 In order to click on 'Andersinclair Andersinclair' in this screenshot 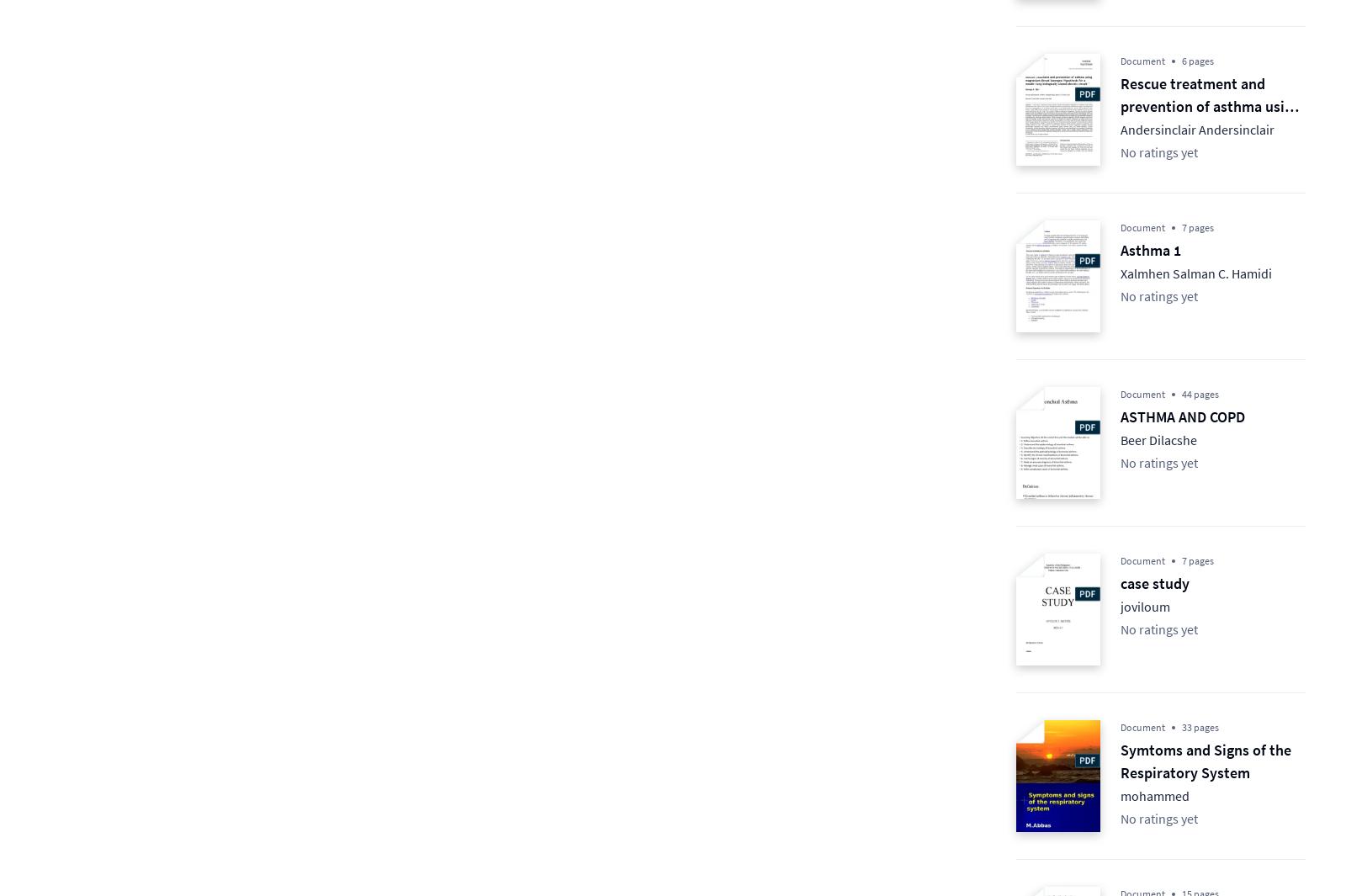, I will do `click(1197, 128)`.